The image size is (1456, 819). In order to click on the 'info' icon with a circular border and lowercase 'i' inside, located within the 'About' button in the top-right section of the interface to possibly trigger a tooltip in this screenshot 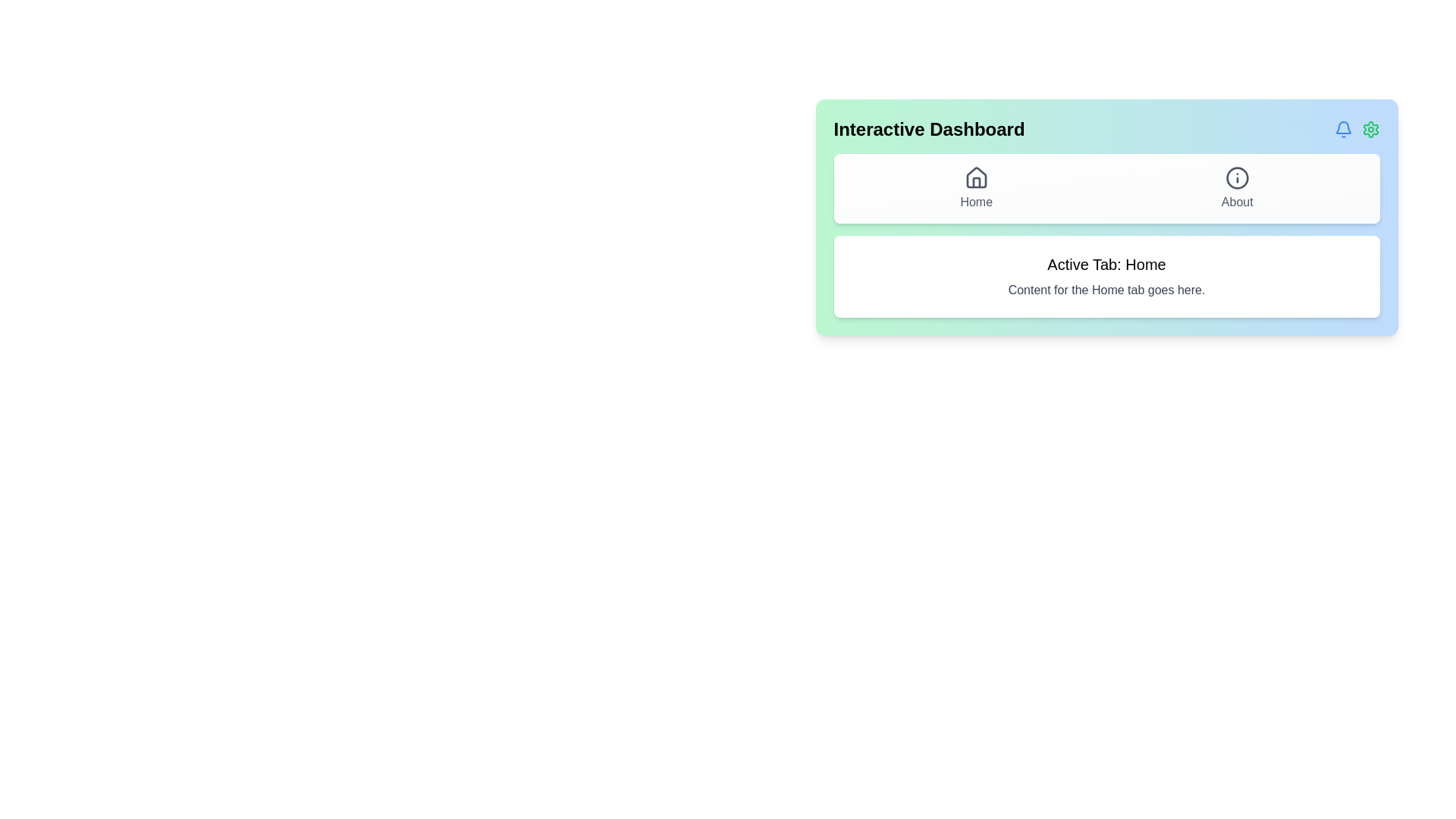, I will do `click(1237, 177)`.